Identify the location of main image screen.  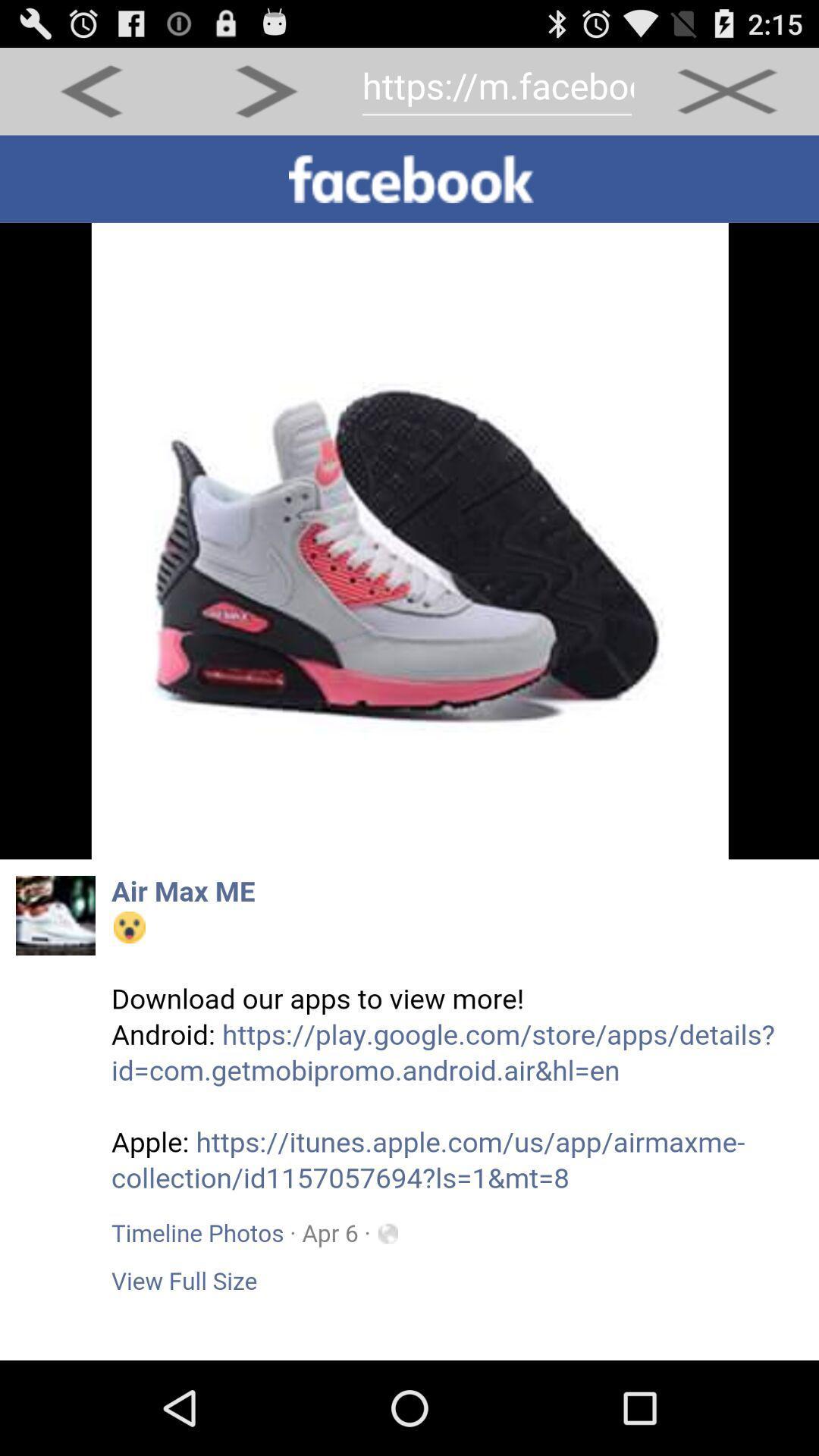
(409, 748).